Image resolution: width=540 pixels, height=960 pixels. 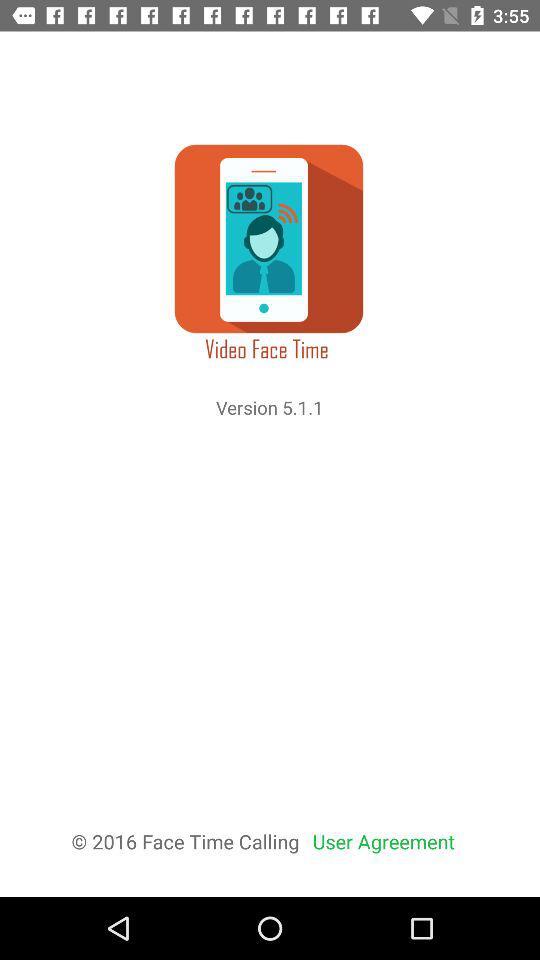 What do you see at coordinates (383, 840) in the screenshot?
I see `item below the version 5 1` at bounding box center [383, 840].